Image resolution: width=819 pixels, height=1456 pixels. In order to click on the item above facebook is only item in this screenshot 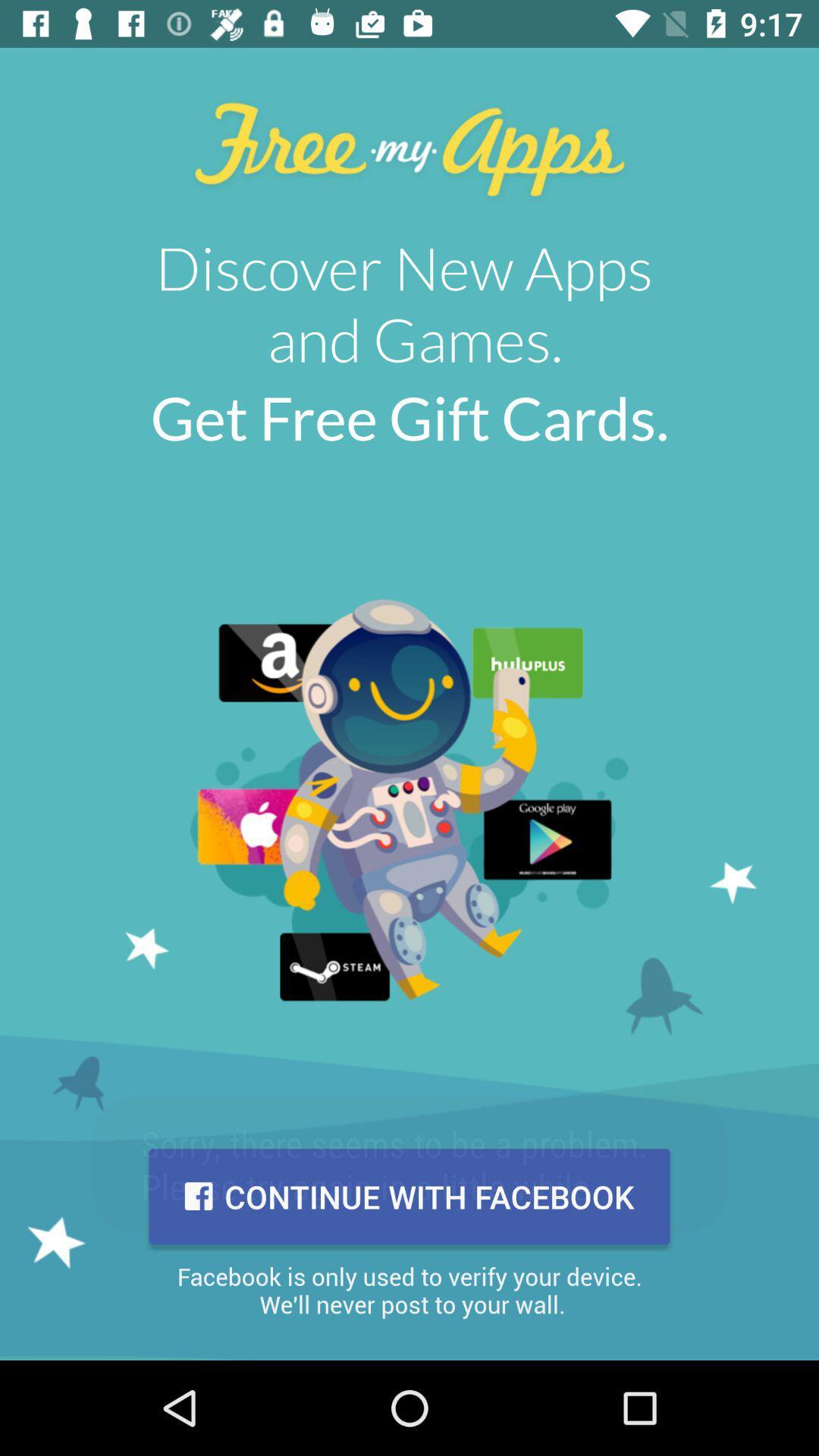, I will do `click(409, 1196)`.